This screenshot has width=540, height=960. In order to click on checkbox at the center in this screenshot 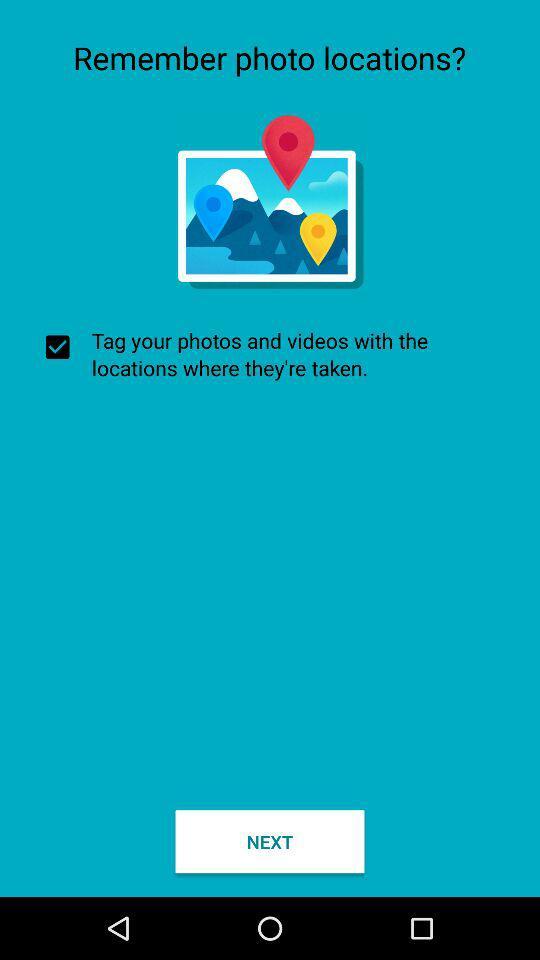, I will do `click(270, 354)`.